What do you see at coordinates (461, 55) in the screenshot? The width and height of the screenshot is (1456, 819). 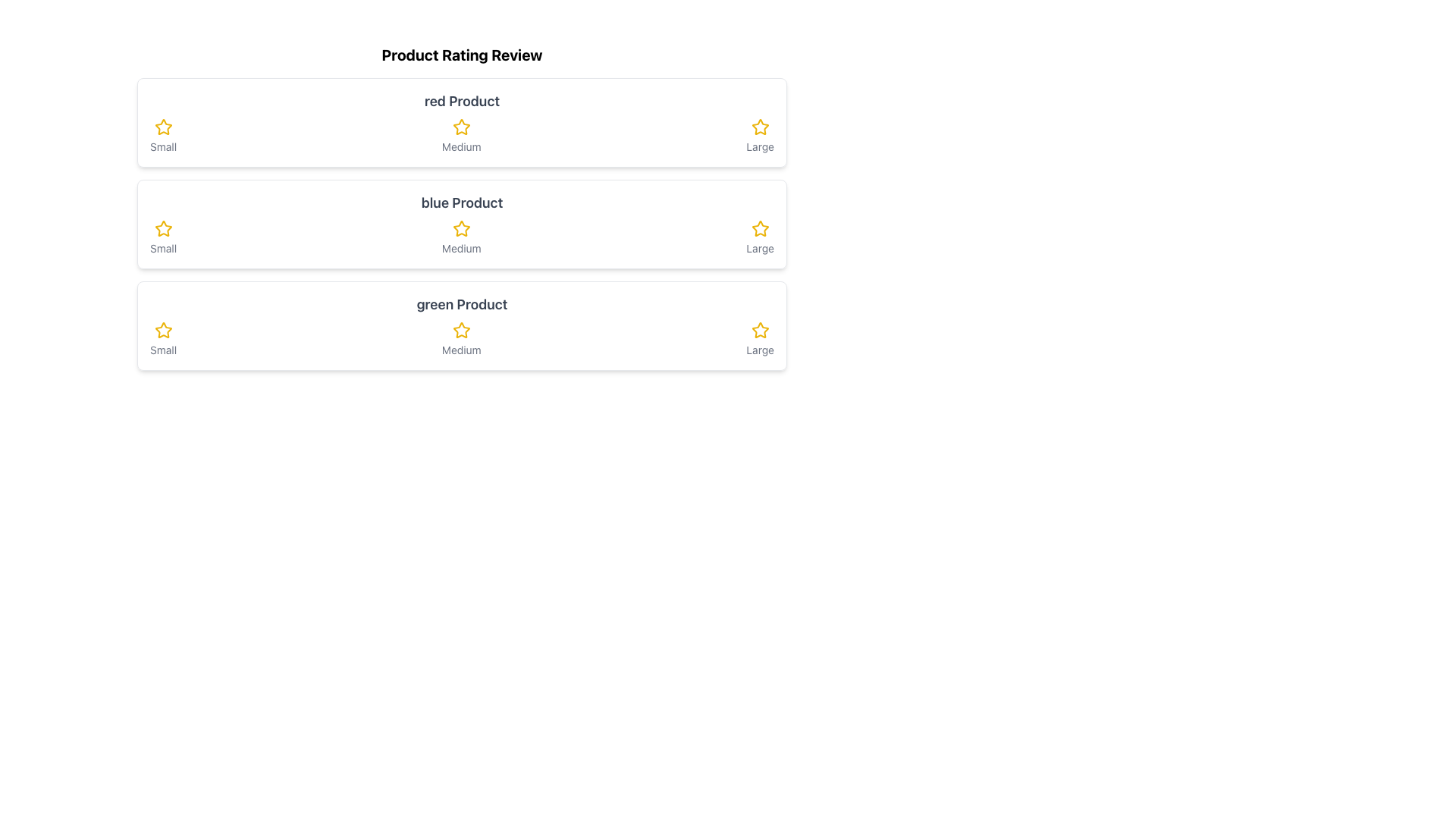 I see `text from the heading that displays 'Product Rating Review', which is prominently positioned at the top of the interface` at bounding box center [461, 55].